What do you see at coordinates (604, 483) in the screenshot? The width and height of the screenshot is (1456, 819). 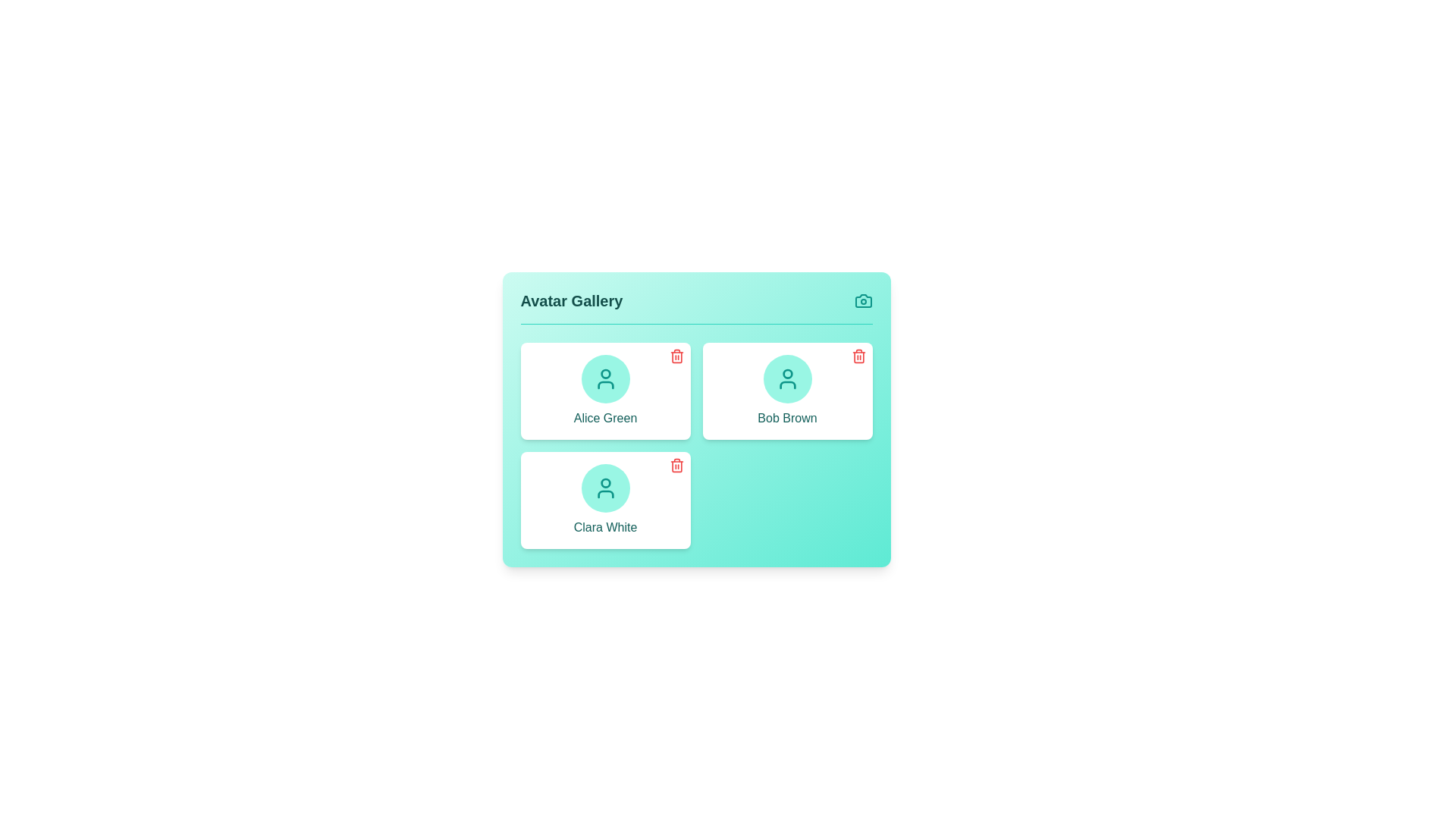 I see `the user avatar icon representing 'Clara White' in the bottom card on the left side` at bounding box center [604, 483].